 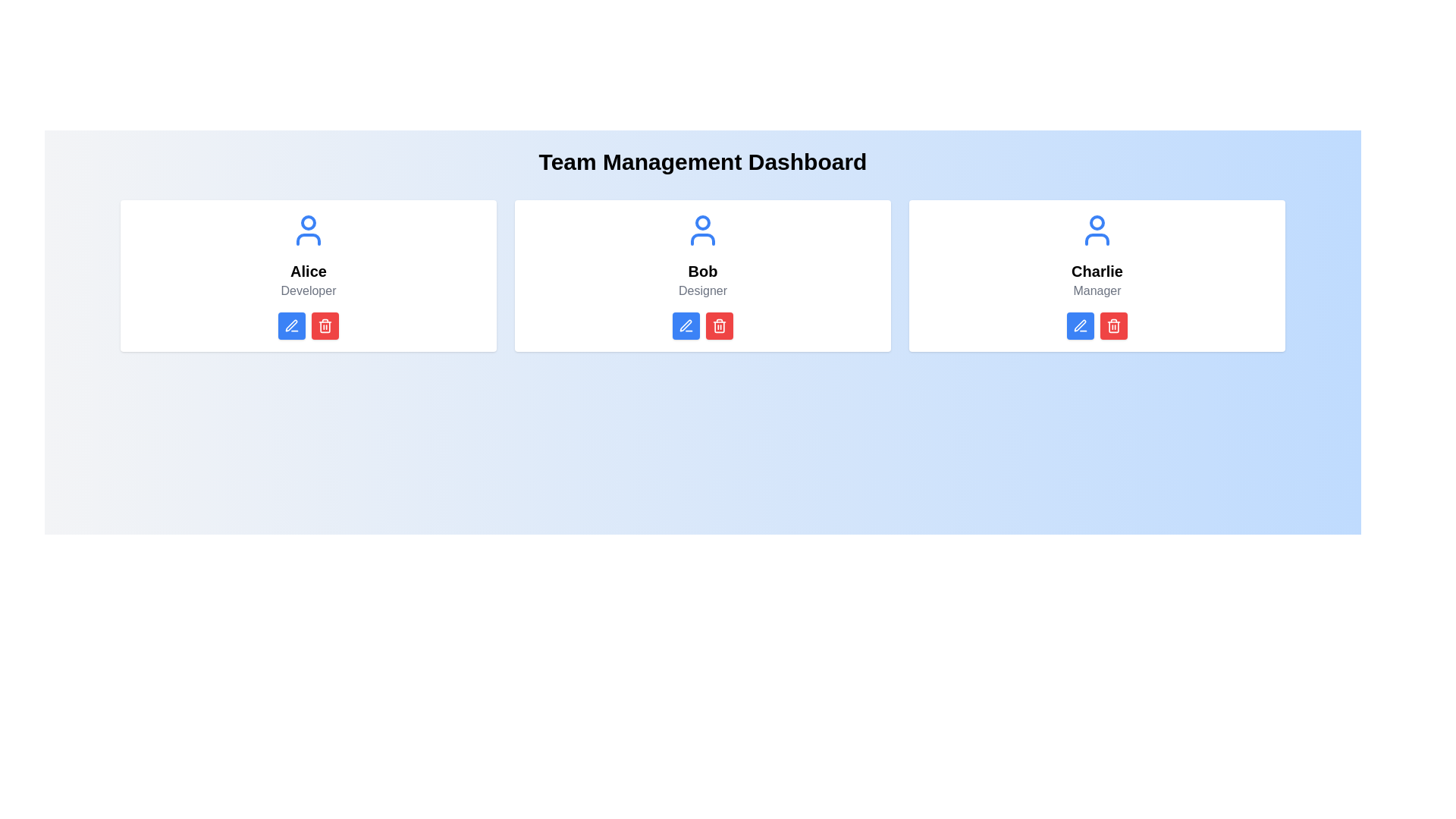 What do you see at coordinates (1079, 325) in the screenshot?
I see `the pen icon button located to the left of the red trashbin icon below the text 'Charlie - Manager' to initiate editing of Charlie's profile` at bounding box center [1079, 325].